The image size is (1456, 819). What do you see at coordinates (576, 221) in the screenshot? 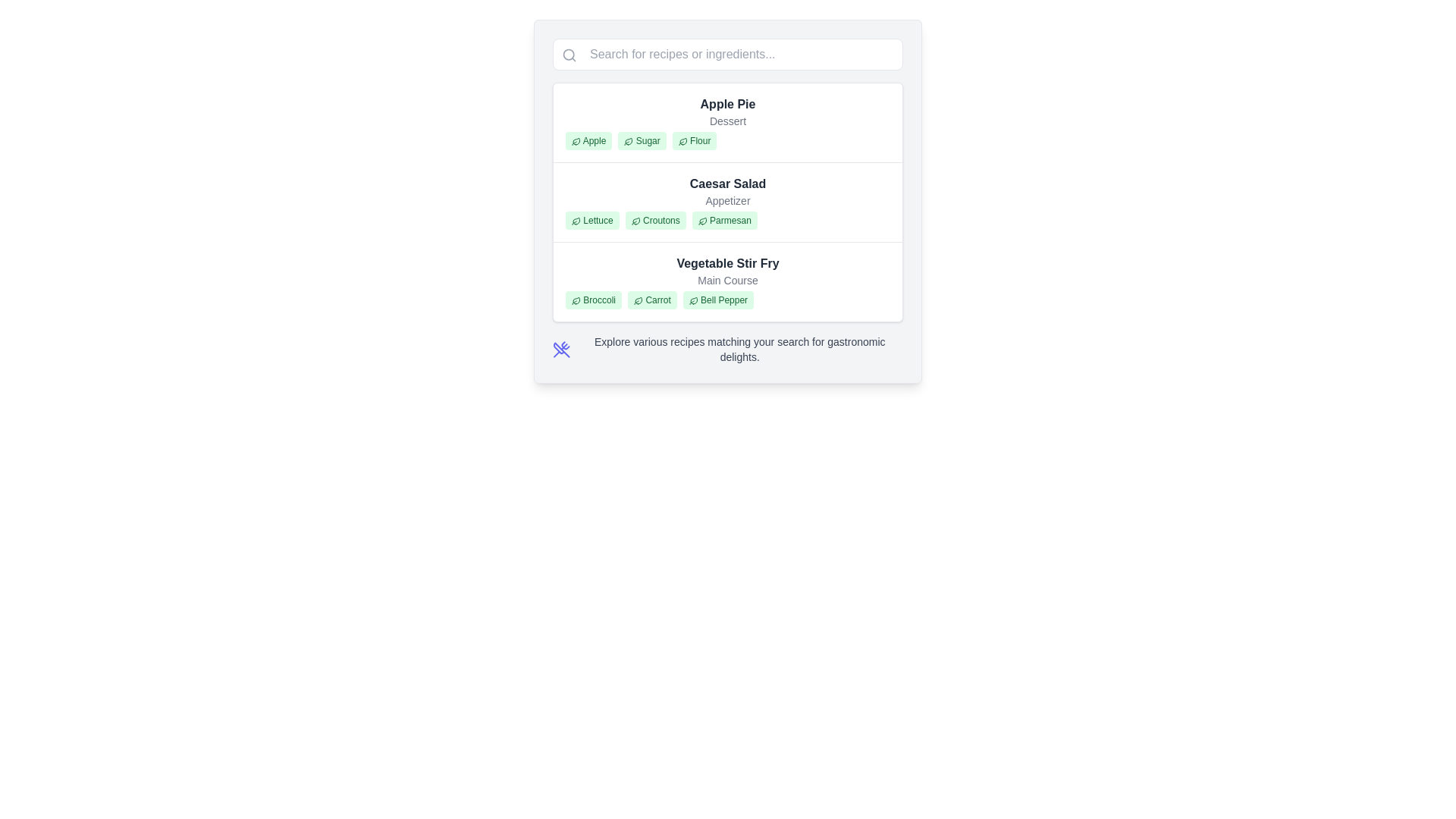
I see `the leaf icon next to the word 'Lettuce' in the 'Caesar Salad' section` at bounding box center [576, 221].